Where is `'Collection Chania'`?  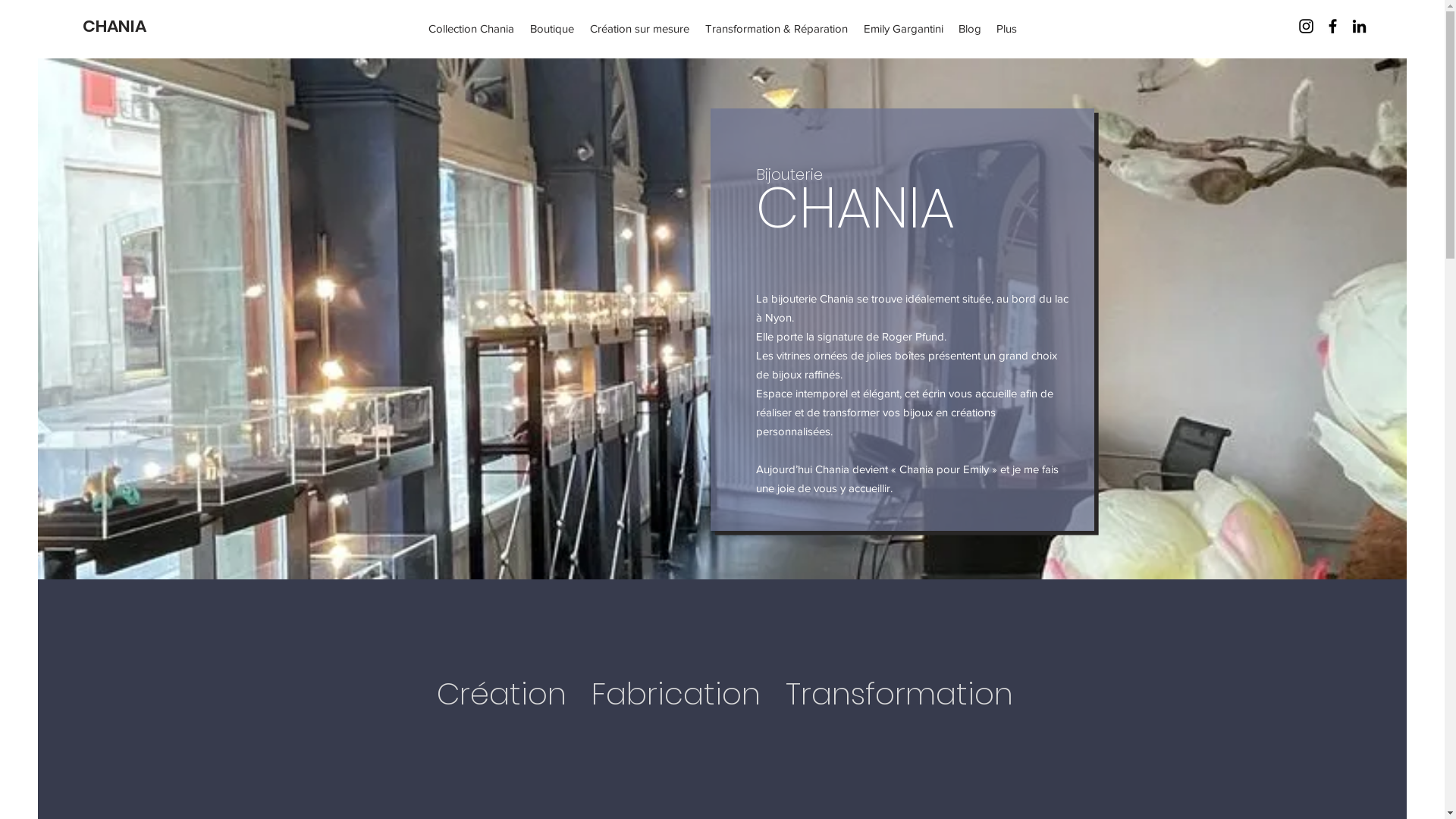
'Collection Chania' is located at coordinates (471, 28).